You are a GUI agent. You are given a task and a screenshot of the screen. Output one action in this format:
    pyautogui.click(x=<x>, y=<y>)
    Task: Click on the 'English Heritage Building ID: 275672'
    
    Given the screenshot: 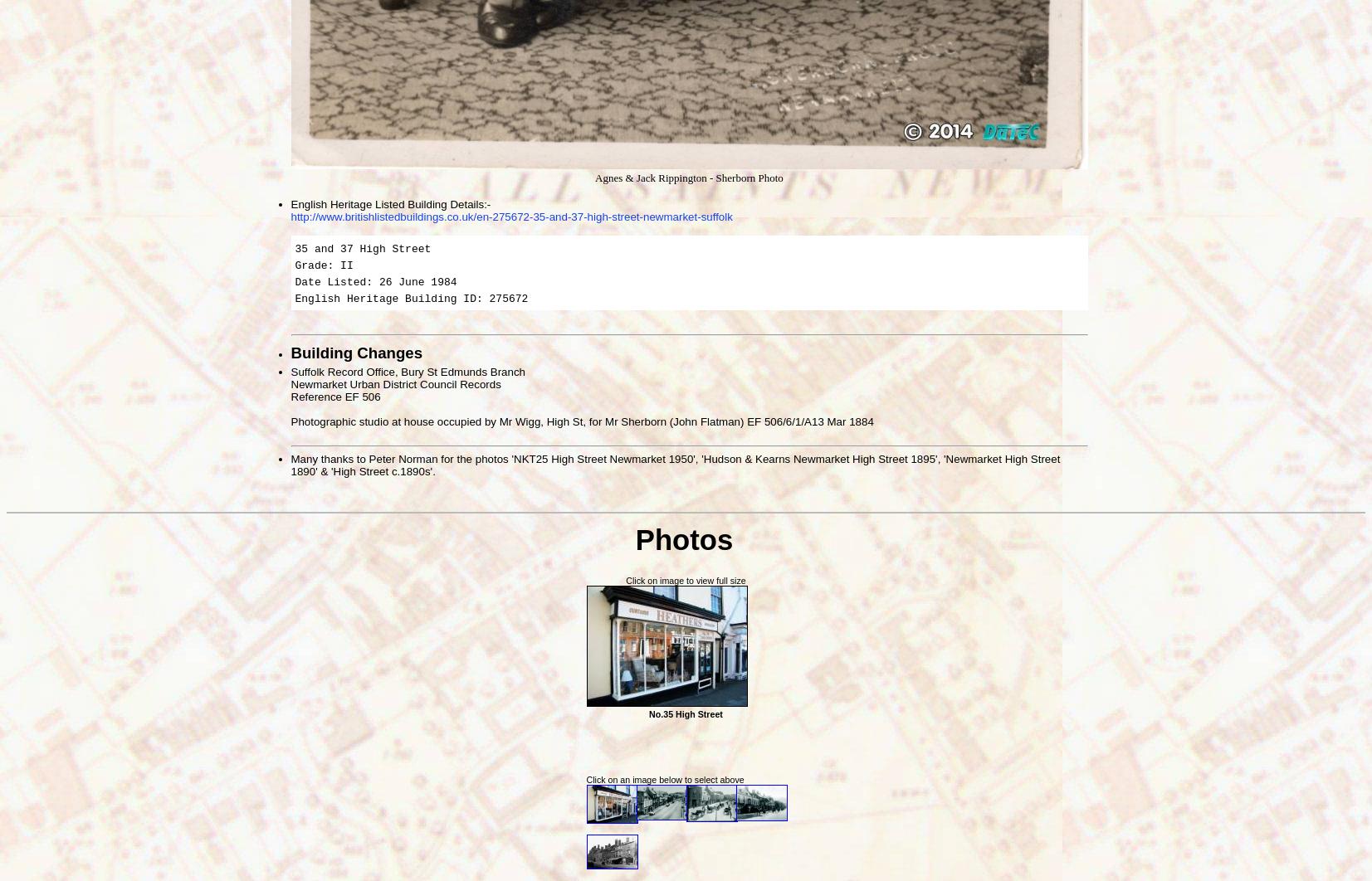 What is the action you would take?
    pyautogui.click(x=410, y=298)
    